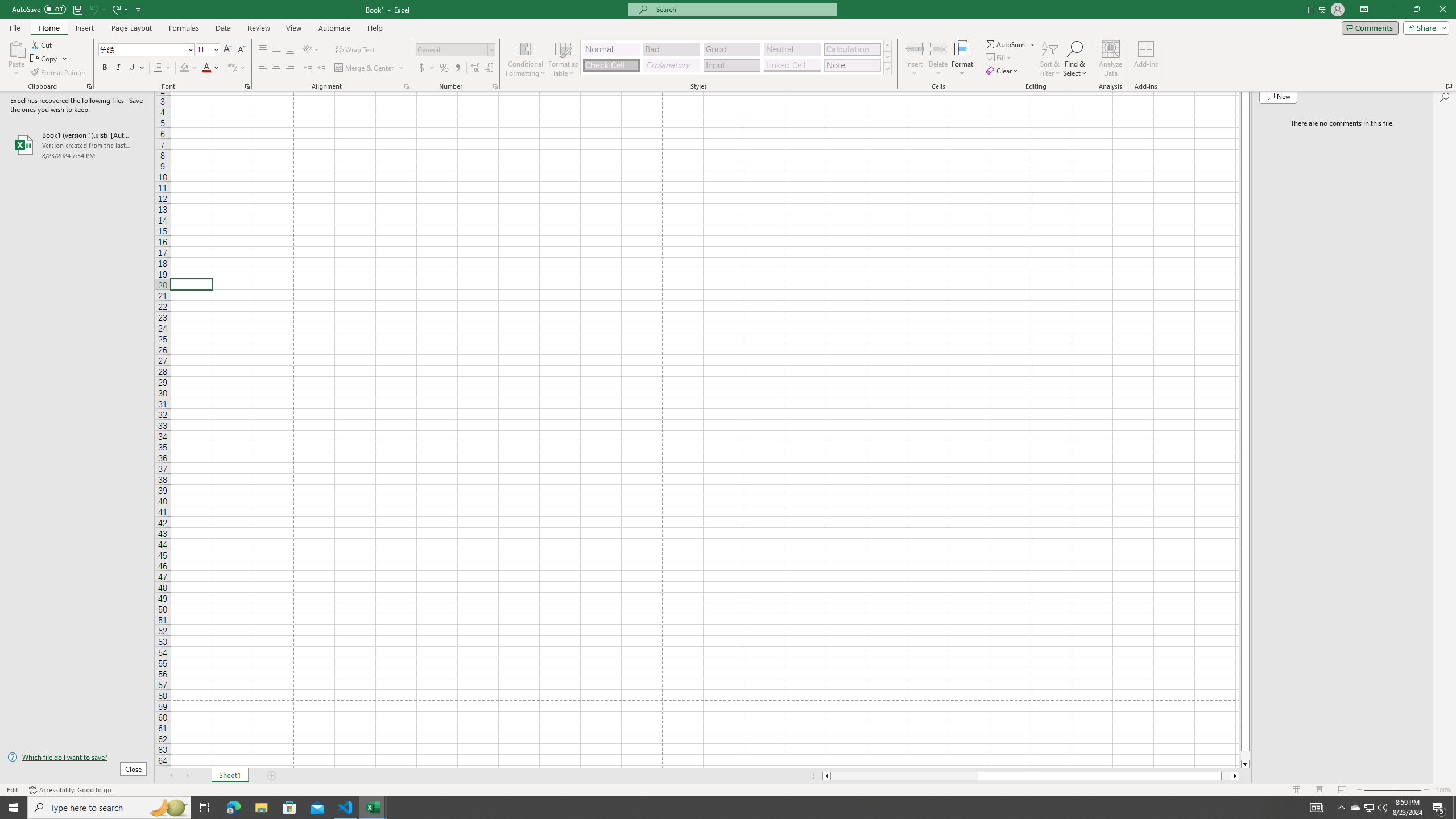 The image size is (1456, 819). I want to click on 'Start', so click(14, 806).